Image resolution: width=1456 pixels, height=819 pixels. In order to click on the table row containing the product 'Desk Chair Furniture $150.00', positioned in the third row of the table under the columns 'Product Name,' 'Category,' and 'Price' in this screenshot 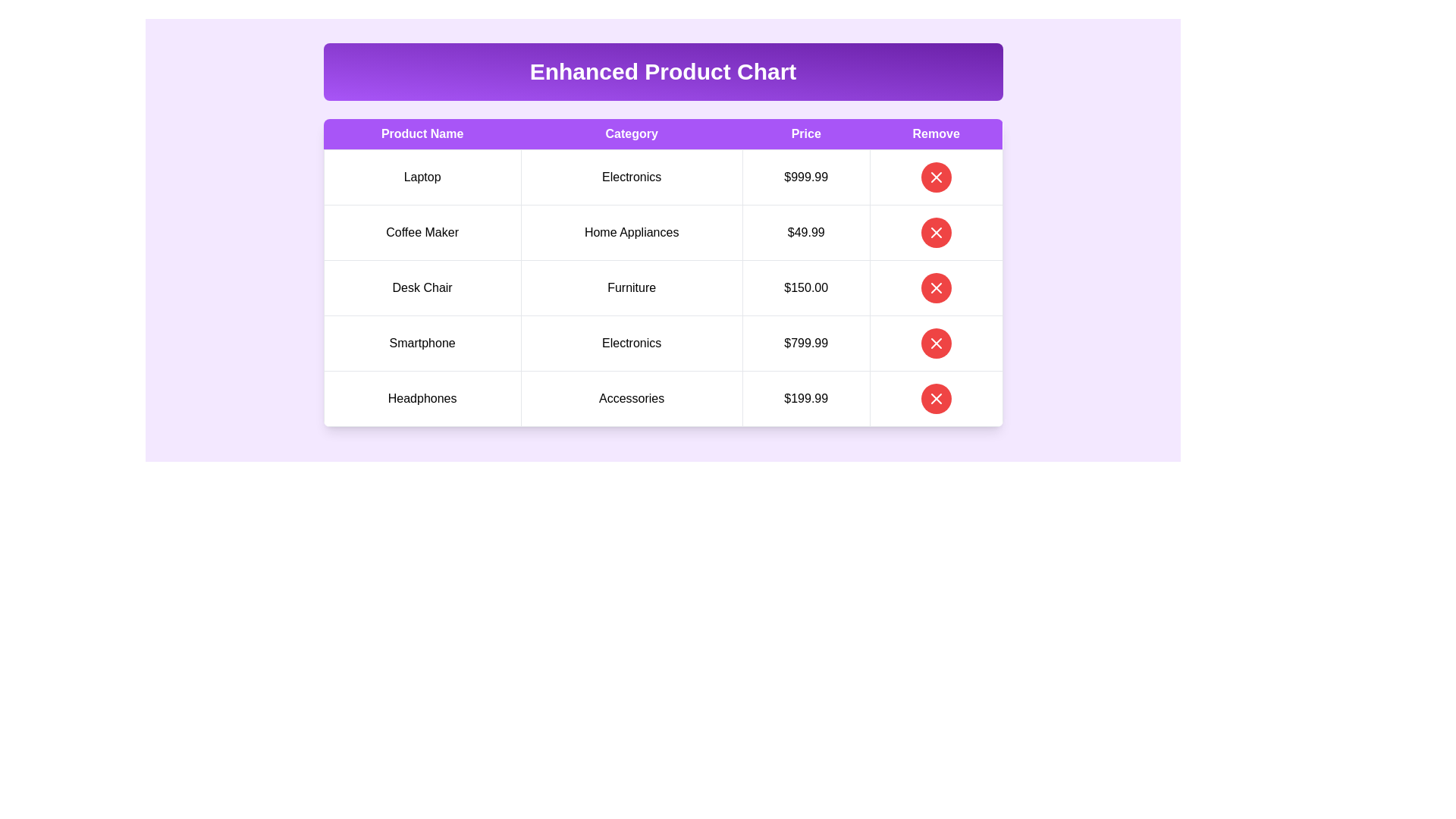, I will do `click(663, 288)`.